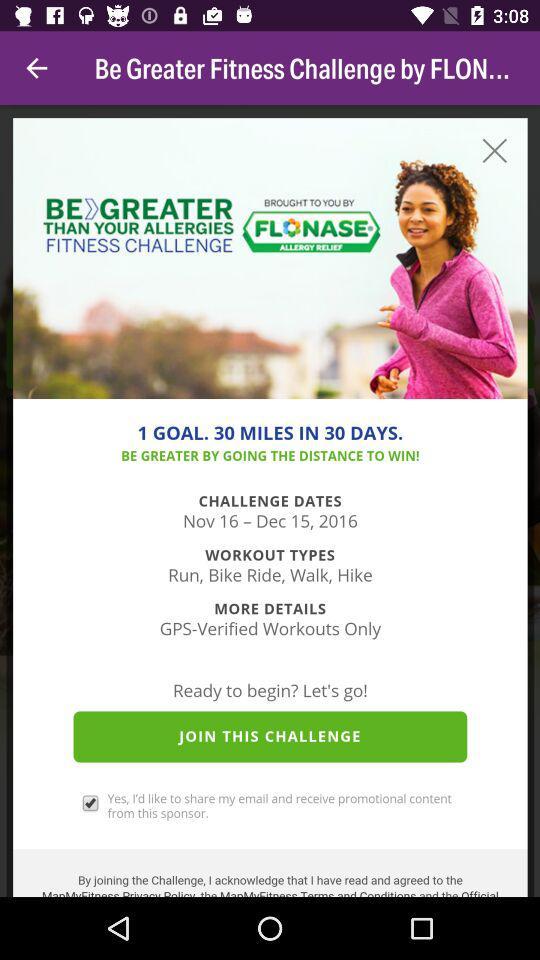 The height and width of the screenshot is (960, 540). What do you see at coordinates (270, 500) in the screenshot?
I see `open a page` at bounding box center [270, 500].